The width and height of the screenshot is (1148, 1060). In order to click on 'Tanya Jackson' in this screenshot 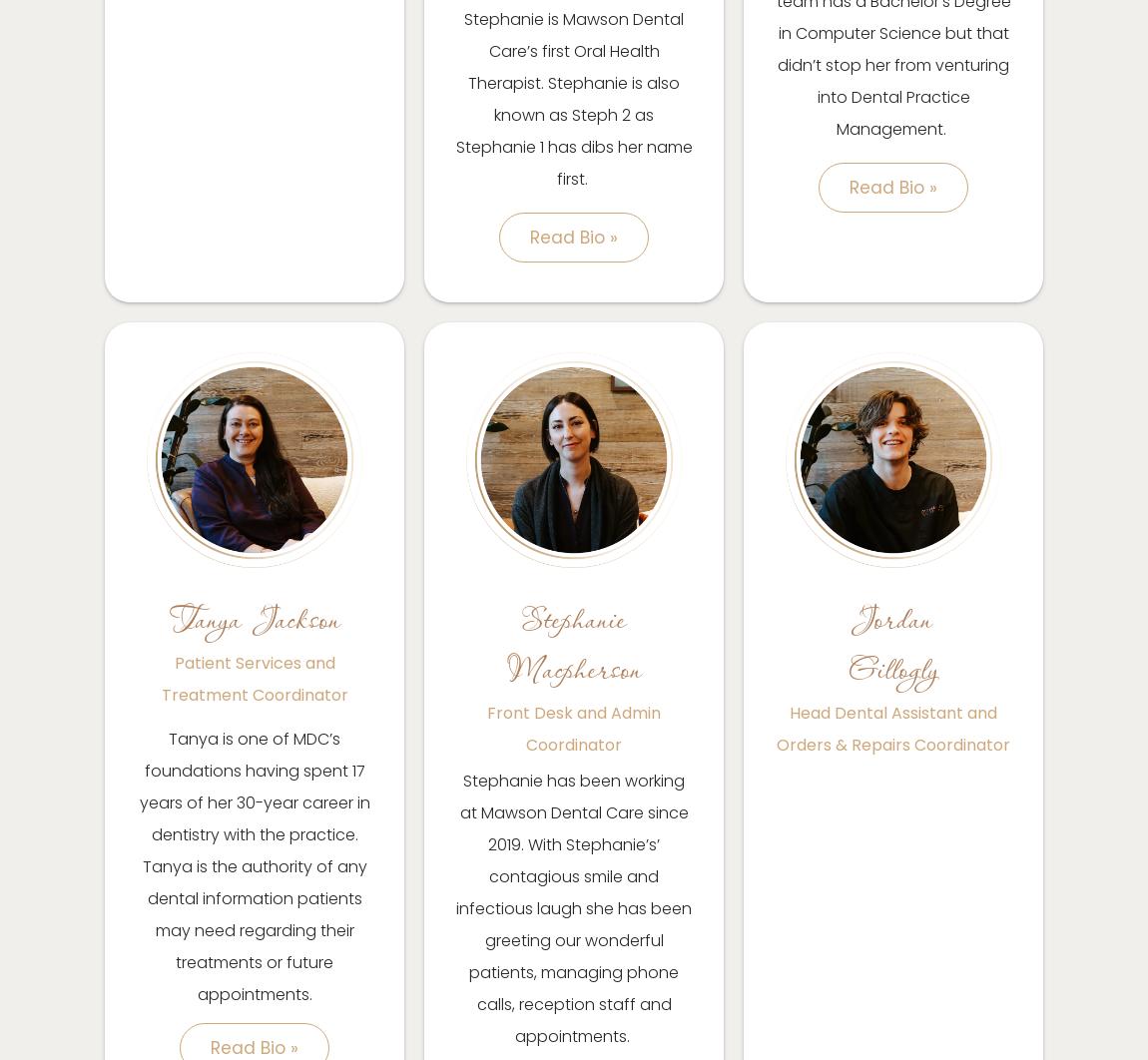, I will do `click(253, 618)`.